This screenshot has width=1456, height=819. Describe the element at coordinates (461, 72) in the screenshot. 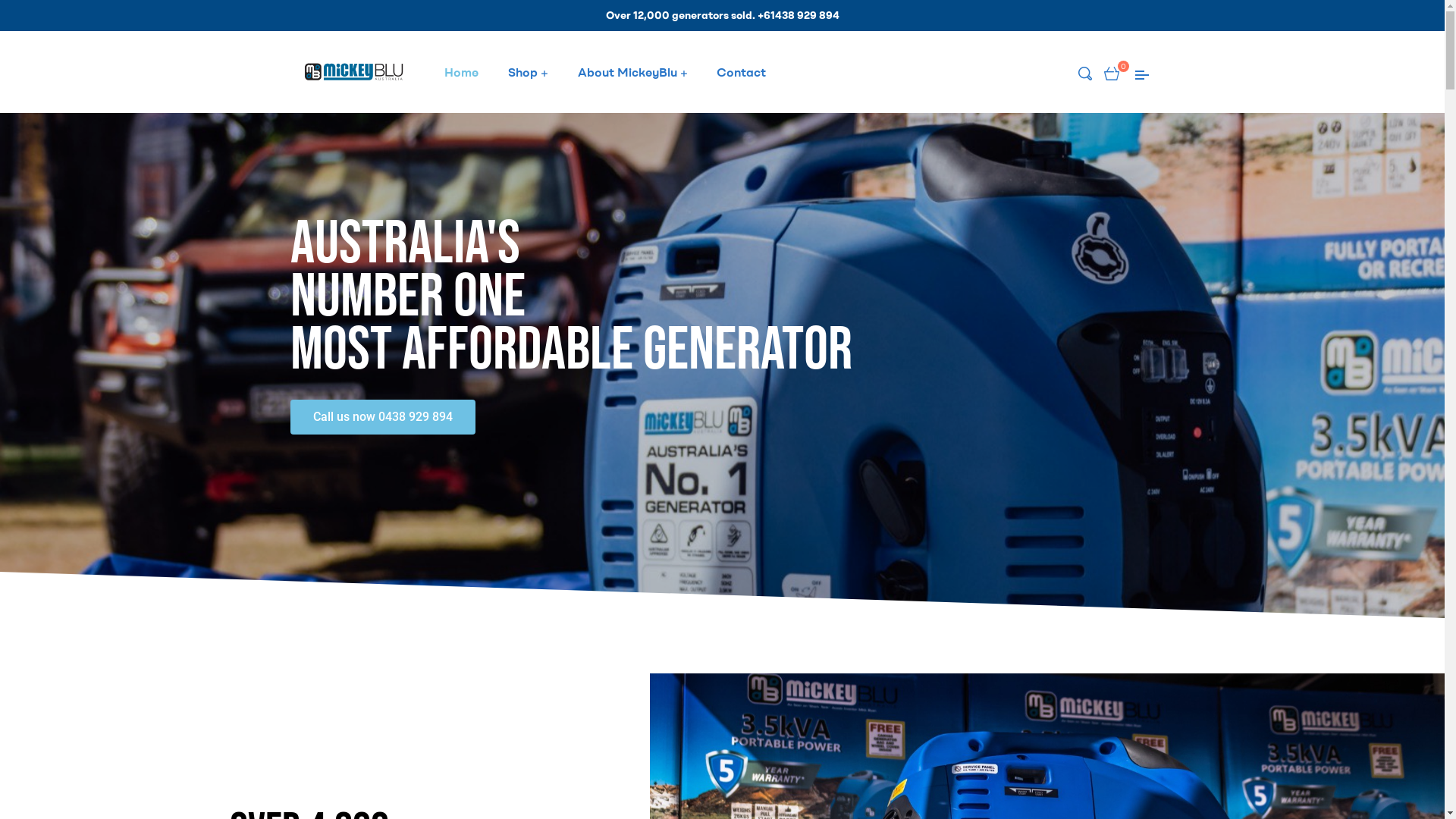

I see `'Home'` at that location.